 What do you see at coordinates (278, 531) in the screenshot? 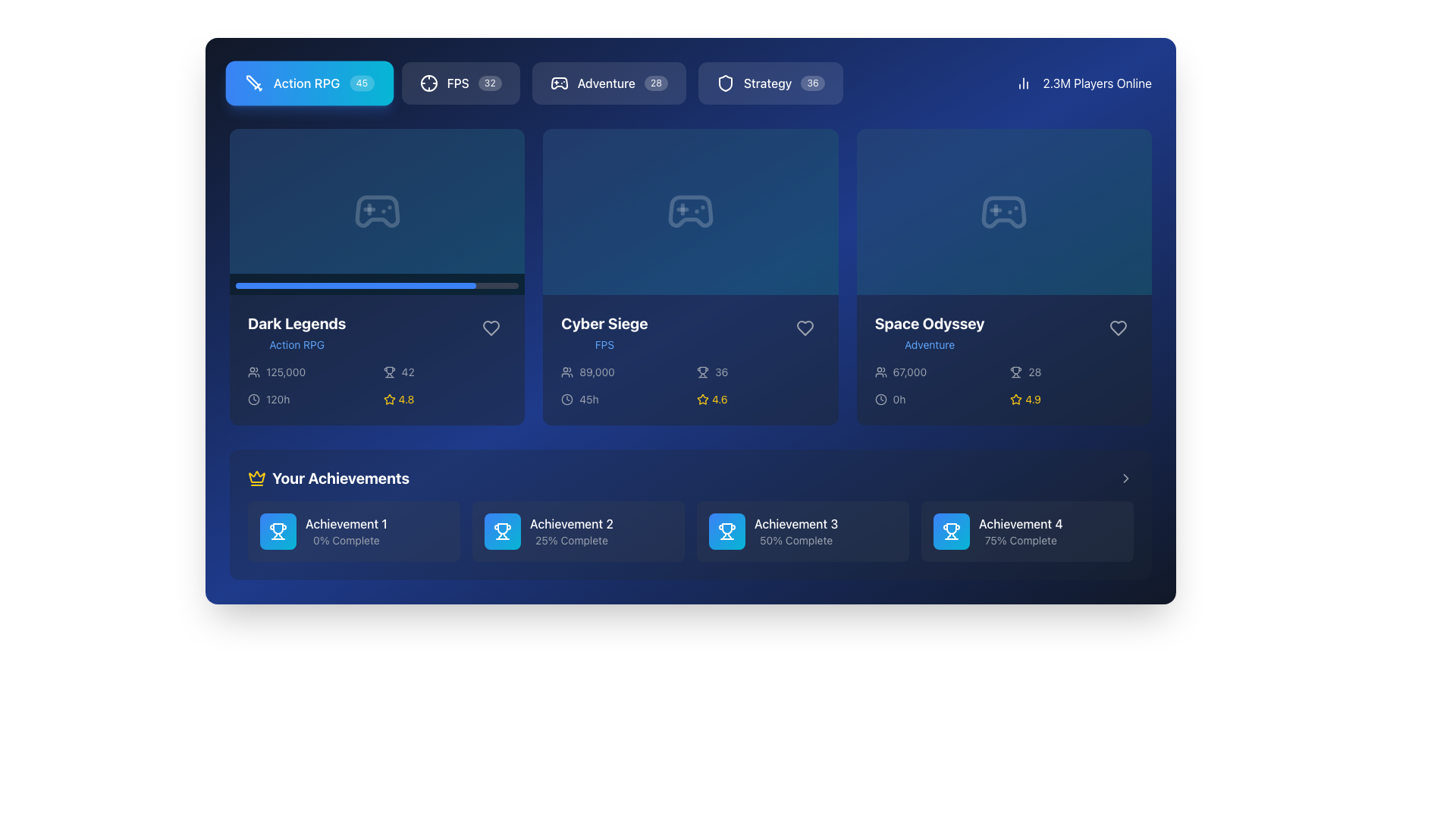
I see `the icon representing 'Achievement 1'` at bounding box center [278, 531].